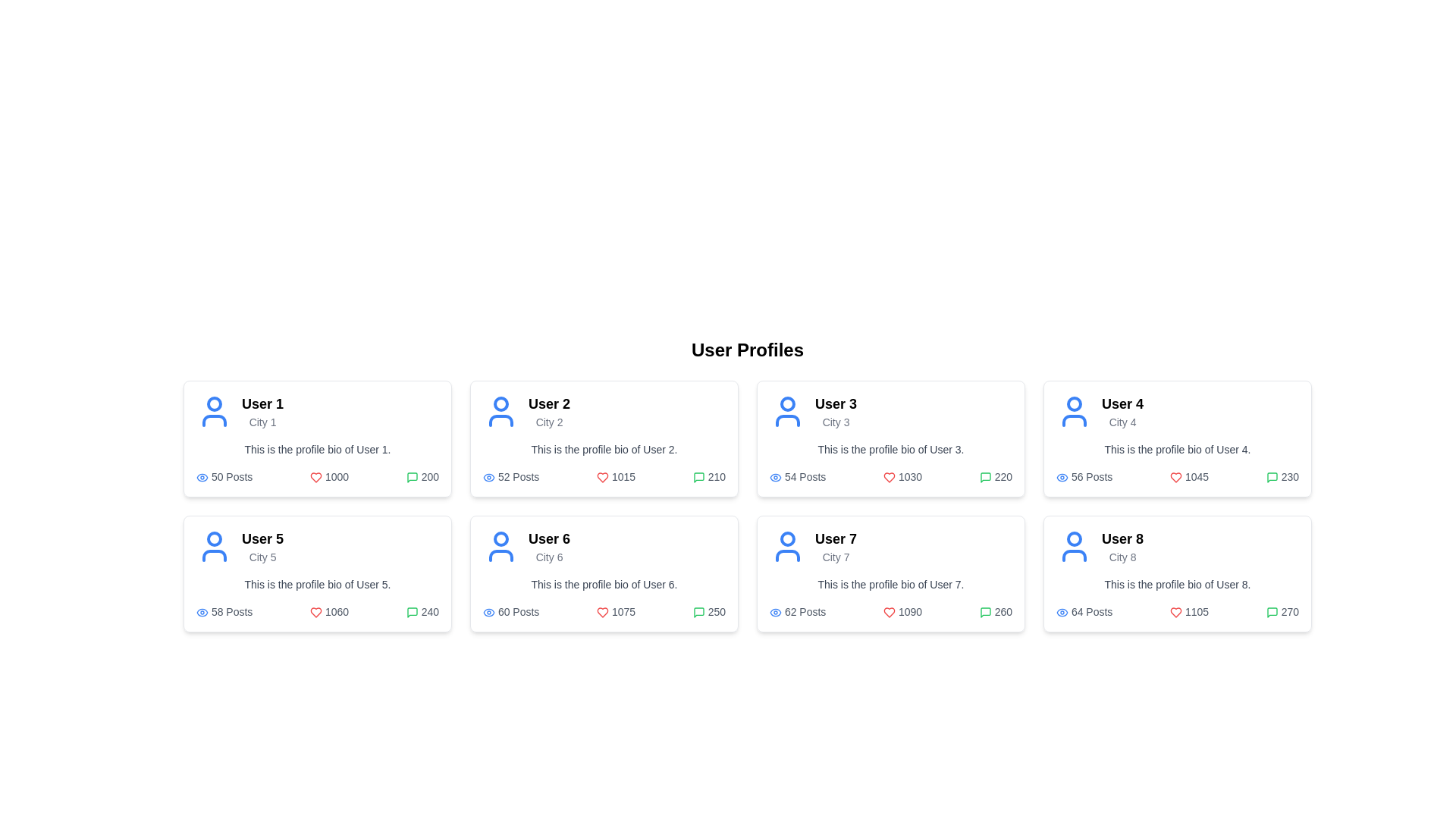 This screenshot has width=1456, height=819. Describe the element at coordinates (1175, 612) in the screenshot. I see `the heart-shaped 'like' icon located at the bottom center of 'User 8's card, adjacent to the likes counter displaying '1105'` at that location.